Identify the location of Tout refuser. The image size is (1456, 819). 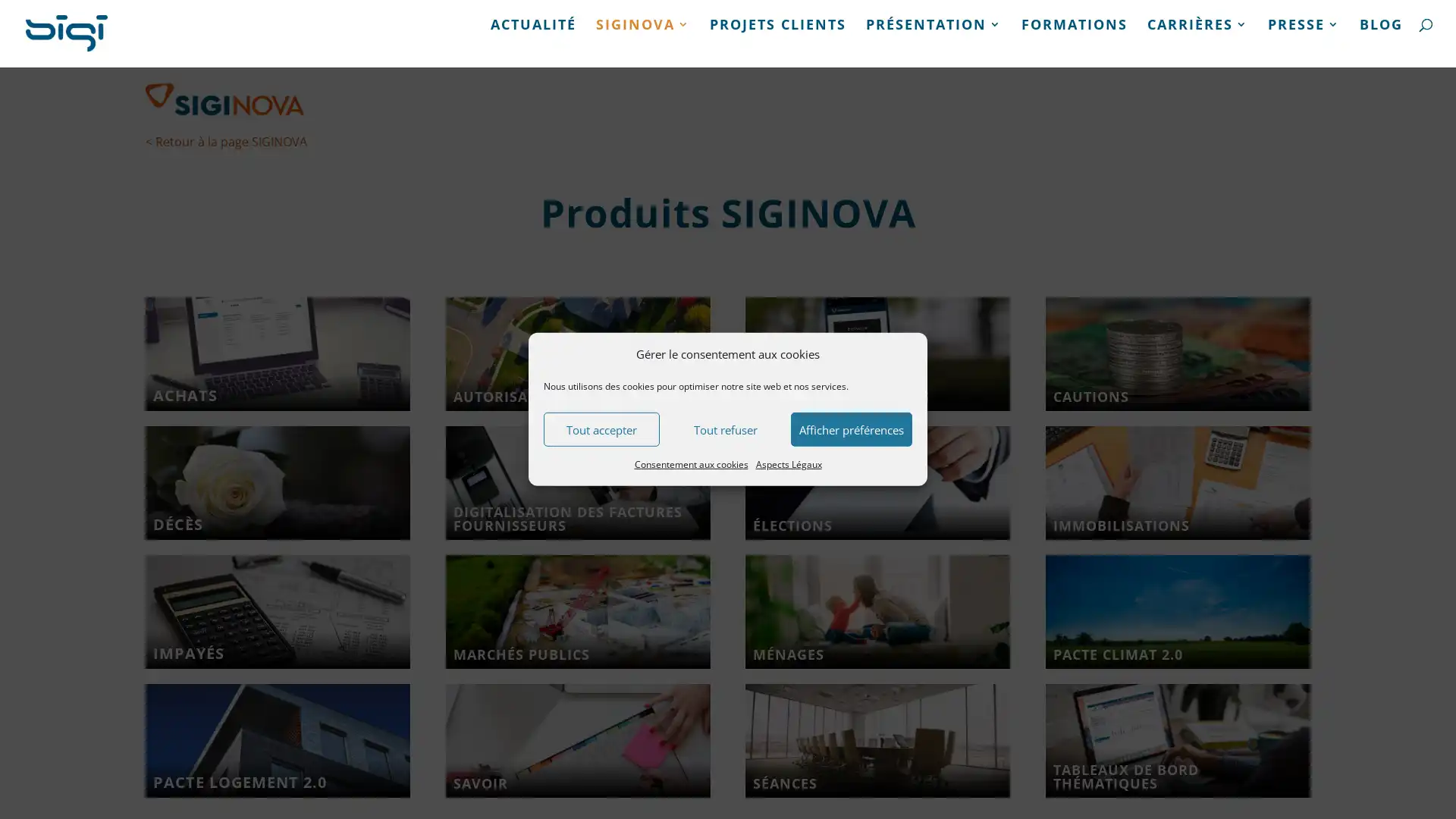
(724, 429).